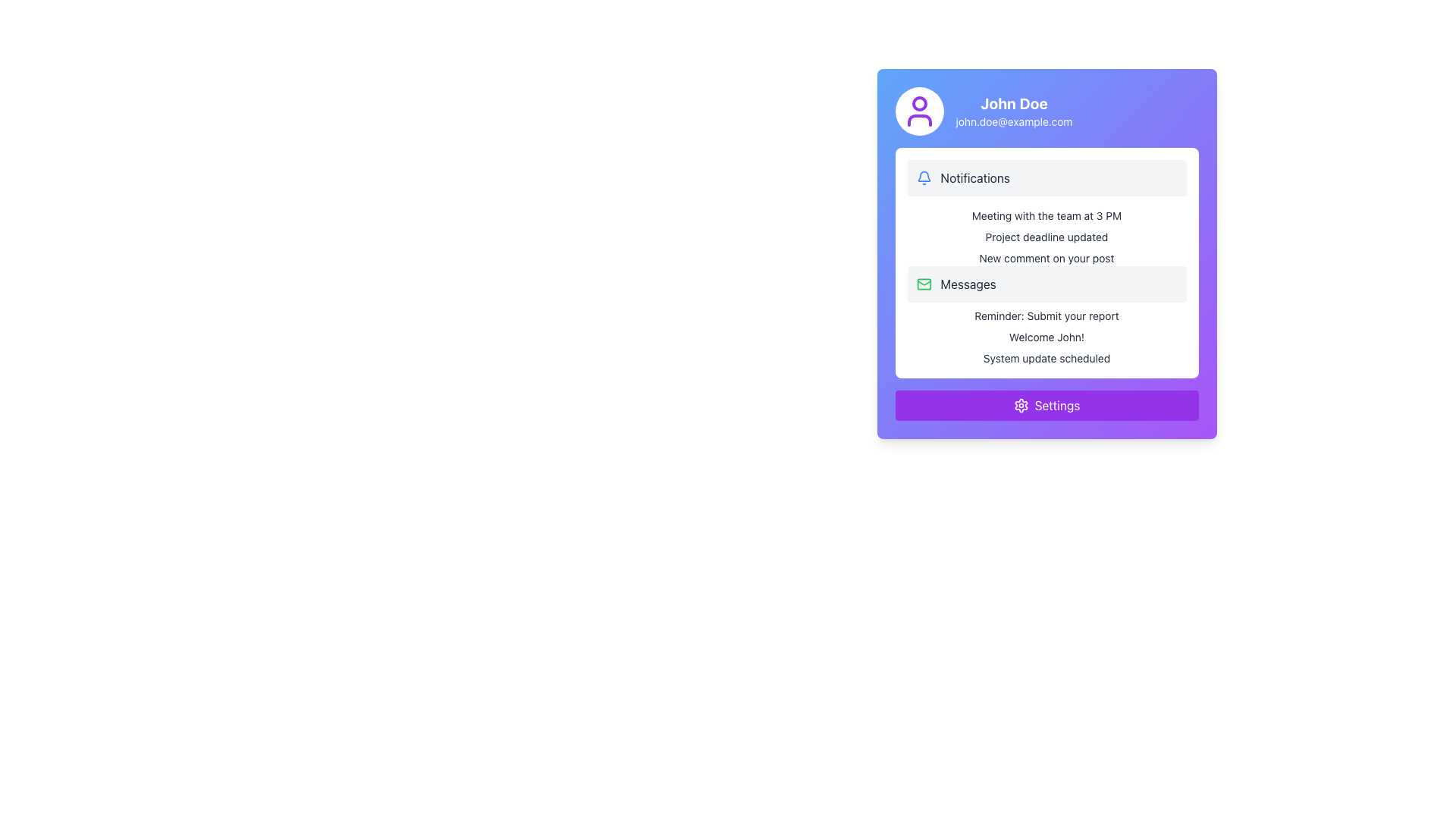 The image size is (1456, 819). Describe the element at coordinates (1046, 216) in the screenshot. I see `the text label that conveys a notification about a meeting scheduled at 3 PM, located in the notifications section above 'Project deadline updated'` at that location.